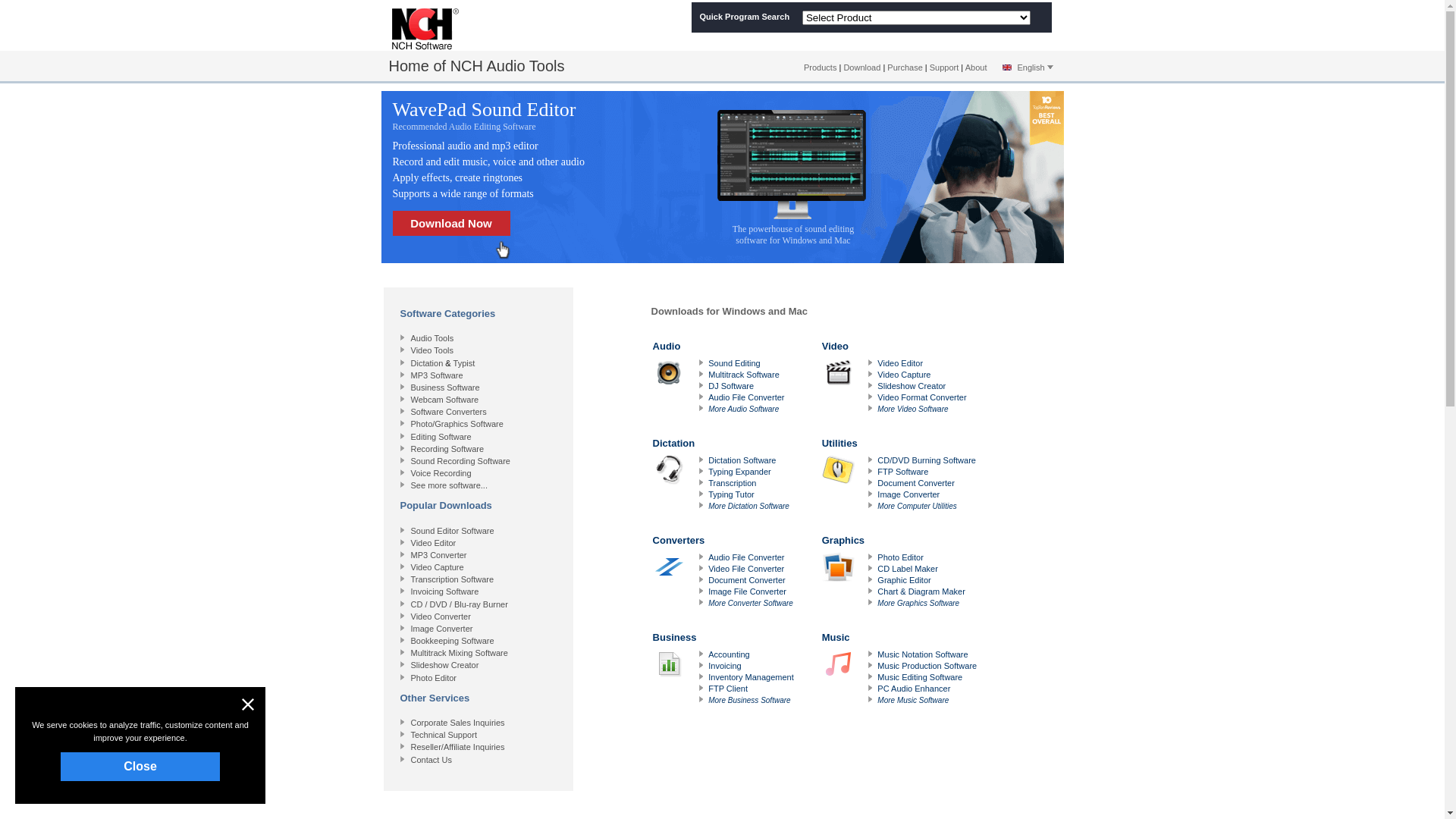 This screenshot has width=1456, height=819. What do you see at coordinates (748, 506) in the screenshot?
I see `'More Dictation Software'` at bounding box center [748, 506].